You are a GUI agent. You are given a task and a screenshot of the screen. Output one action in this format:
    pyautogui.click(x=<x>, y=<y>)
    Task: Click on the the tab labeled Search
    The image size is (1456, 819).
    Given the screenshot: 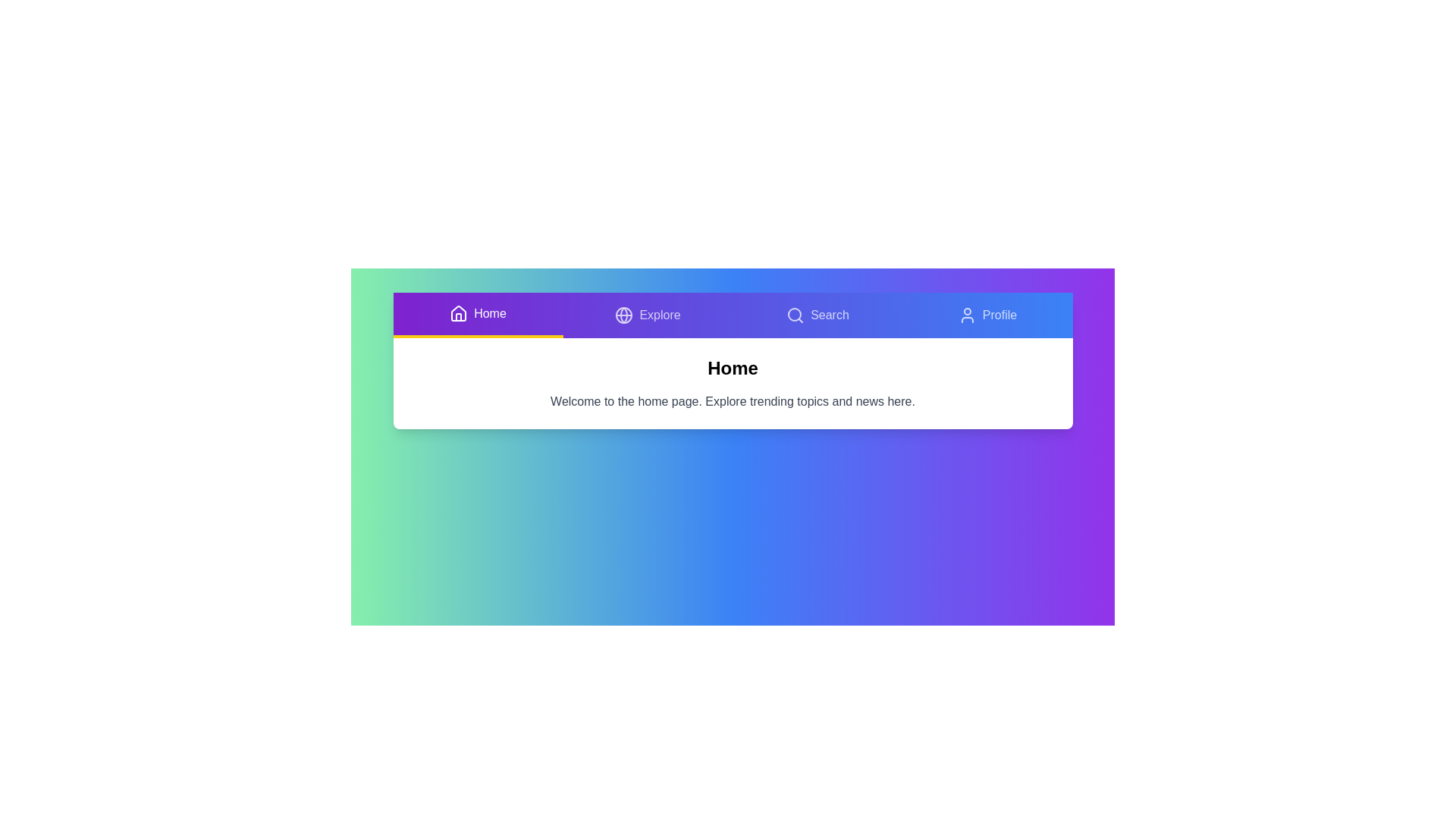 What is the action you would take?
    pyautogui.click(x=817, y=315)
    